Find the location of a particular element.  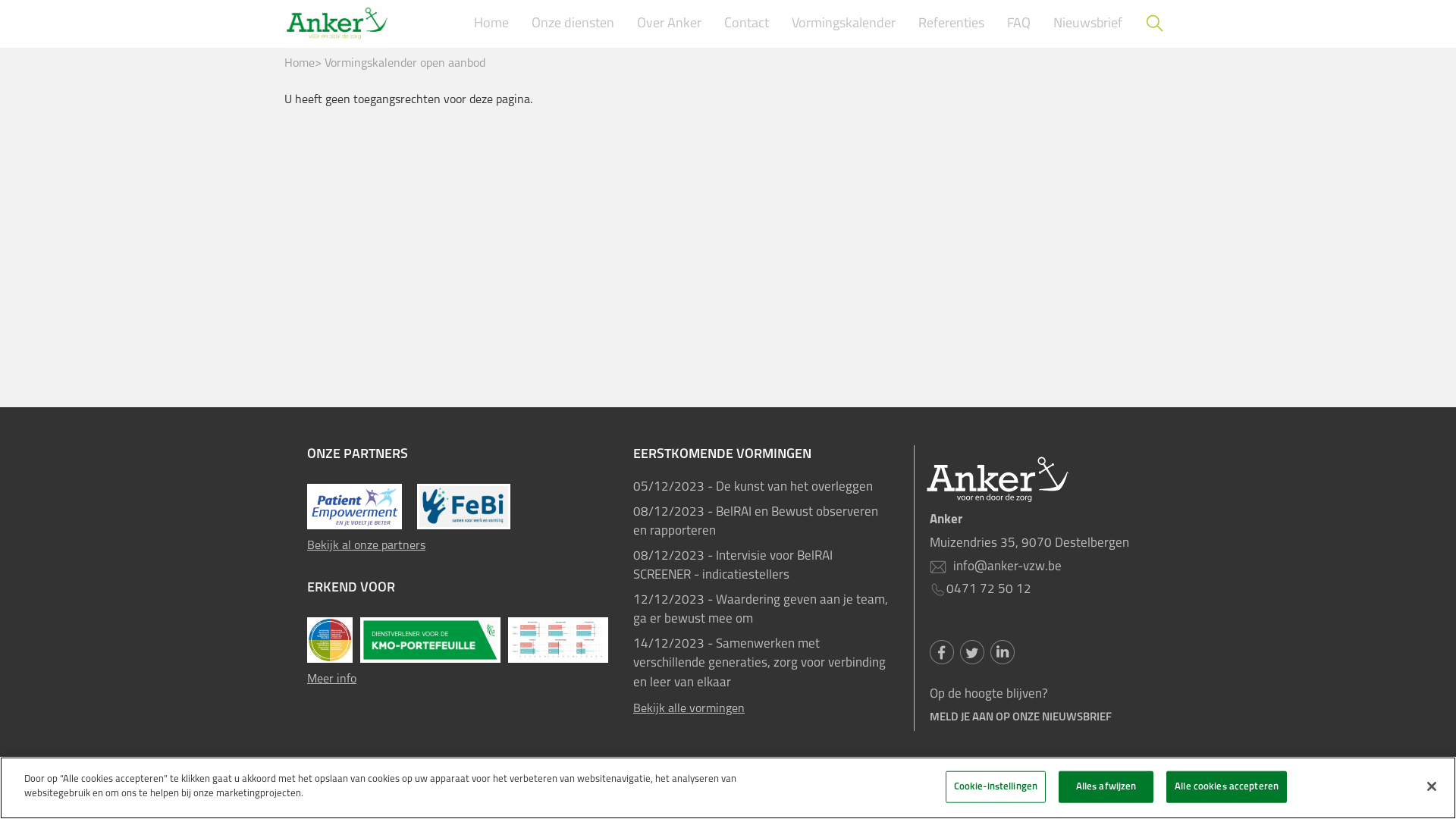

'Vormingskalender open aanbod' is located at coordinates (404, 63).